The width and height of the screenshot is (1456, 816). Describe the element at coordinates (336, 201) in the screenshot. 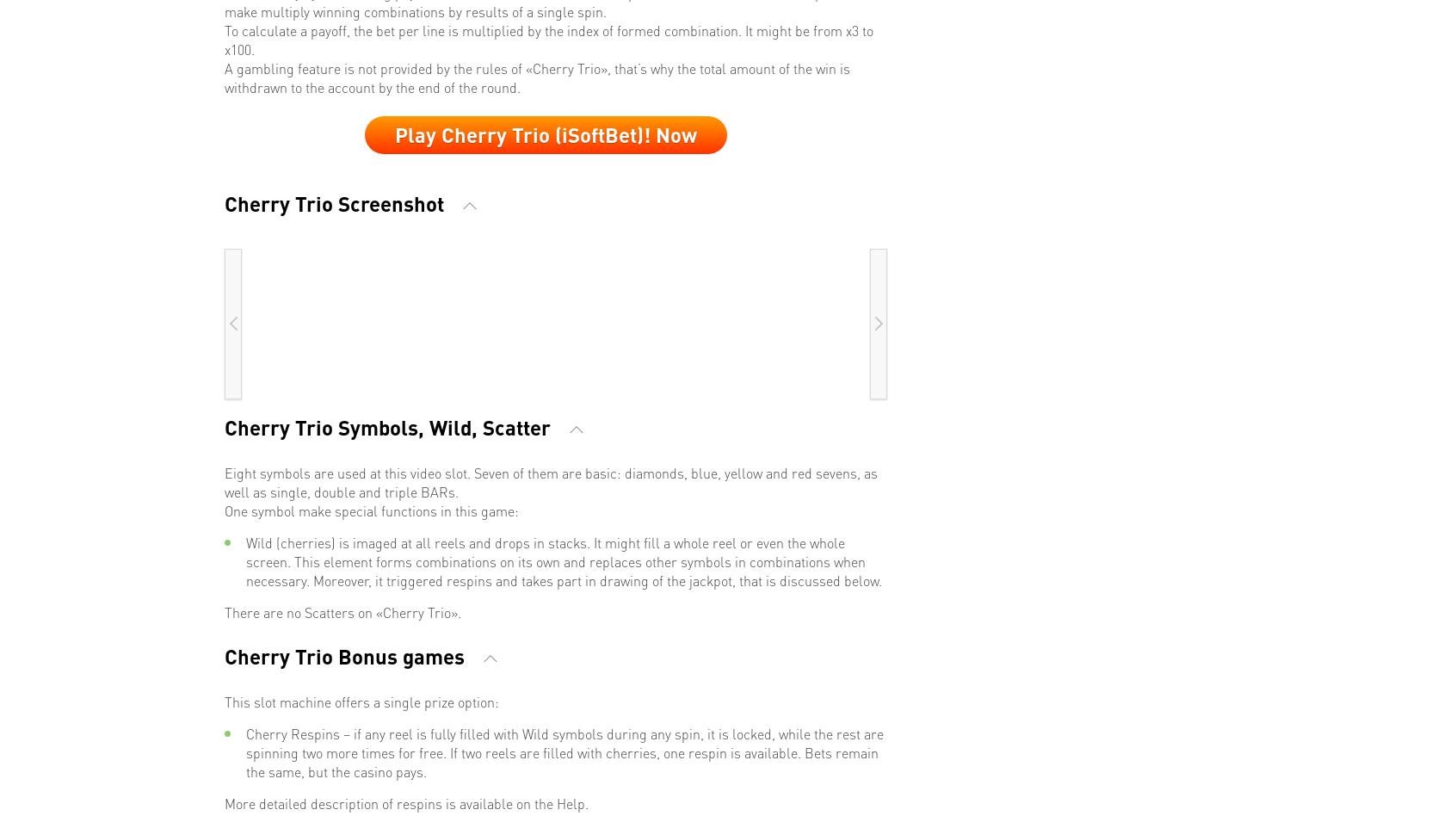

I see `'Cherry Trio Screenshot'` at that location.